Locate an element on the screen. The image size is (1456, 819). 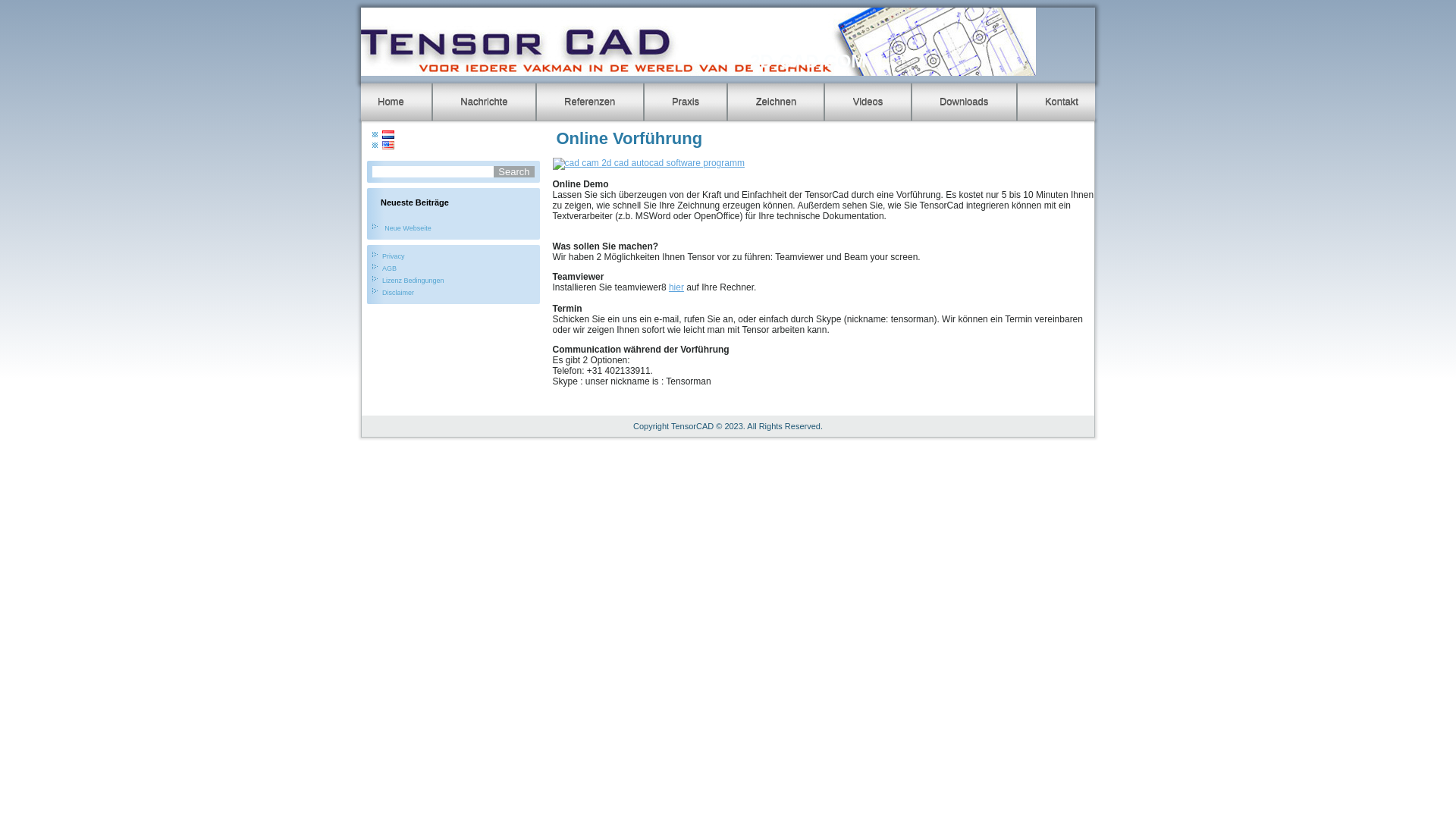
'Home' is located at coordinates (391, 102).